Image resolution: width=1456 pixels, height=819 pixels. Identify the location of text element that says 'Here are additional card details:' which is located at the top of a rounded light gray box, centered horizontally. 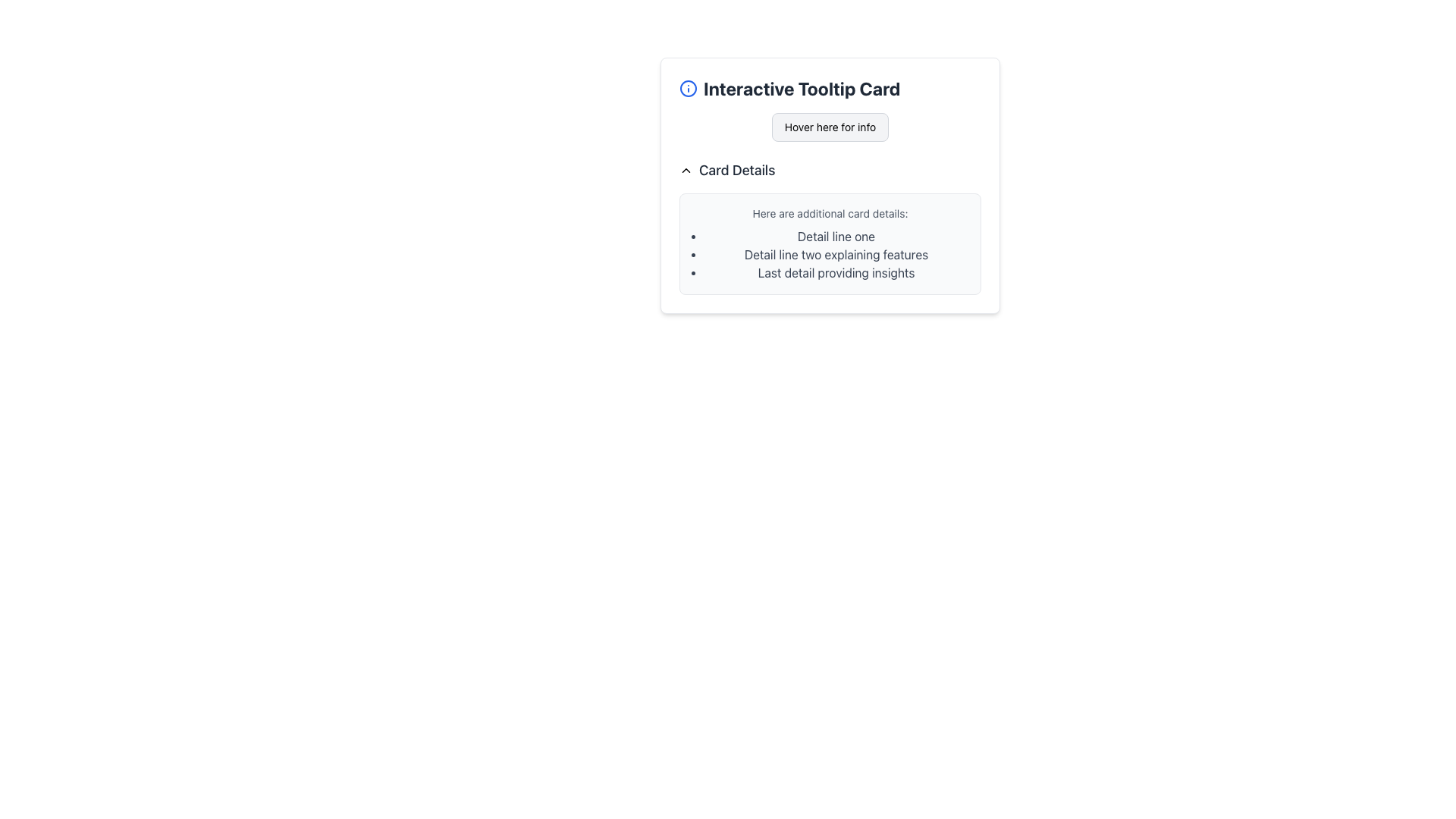
(829, 213).